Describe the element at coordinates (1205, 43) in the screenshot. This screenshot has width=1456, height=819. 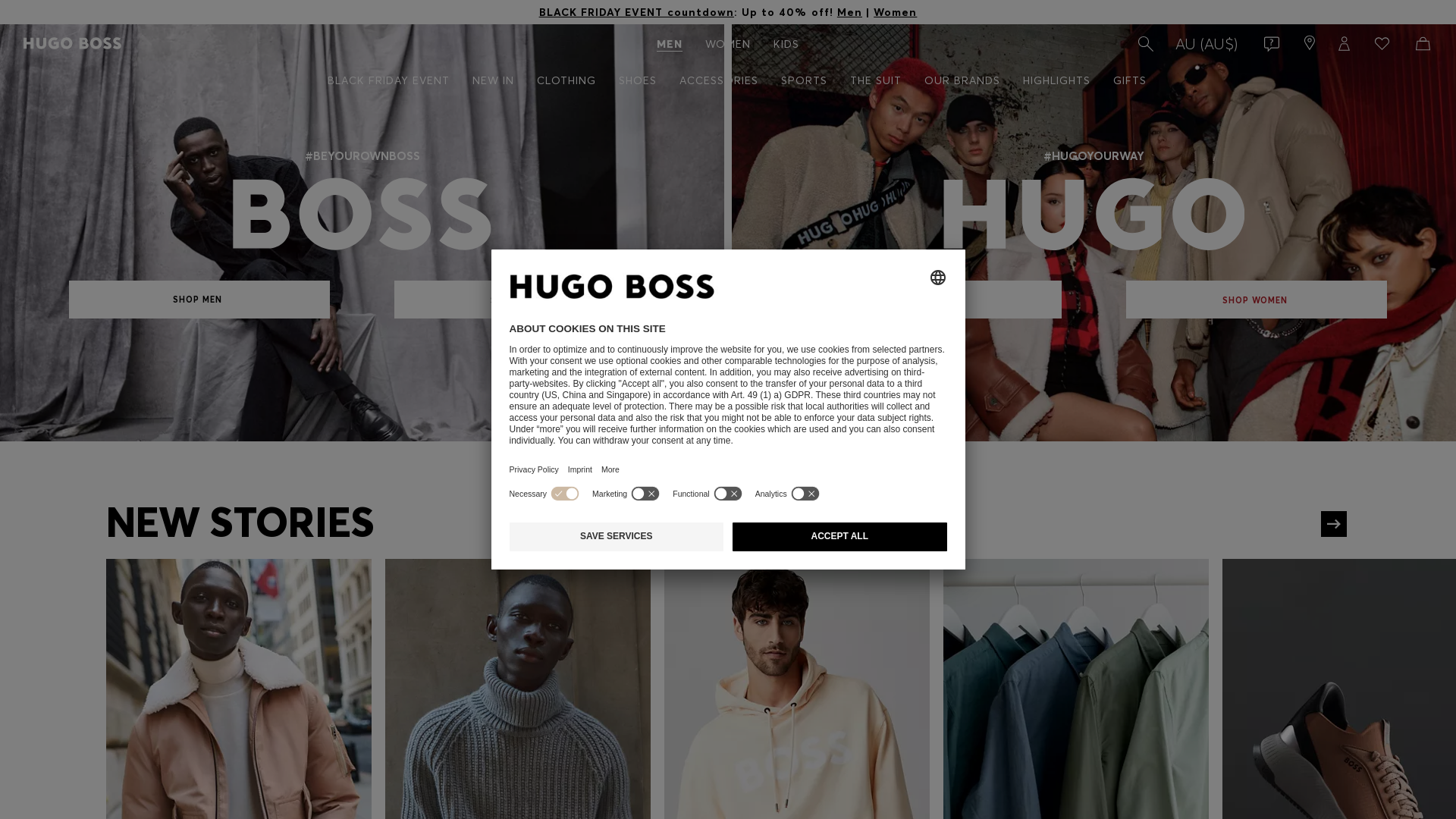
I see `'AU (AU$)'` at that location.